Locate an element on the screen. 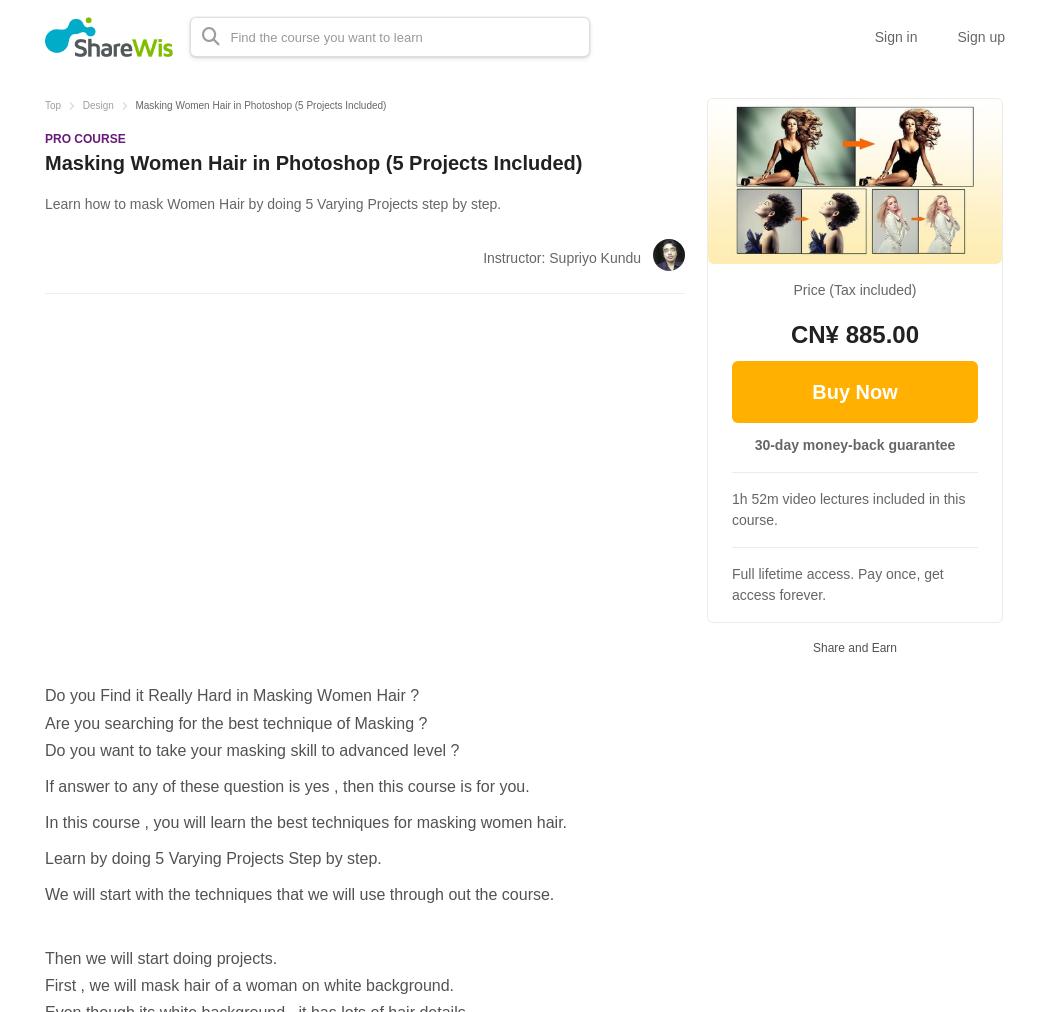 This screenshot has height=1012, width=1050. '30-day money-back guarantee' is located at coordinates (854, 444).